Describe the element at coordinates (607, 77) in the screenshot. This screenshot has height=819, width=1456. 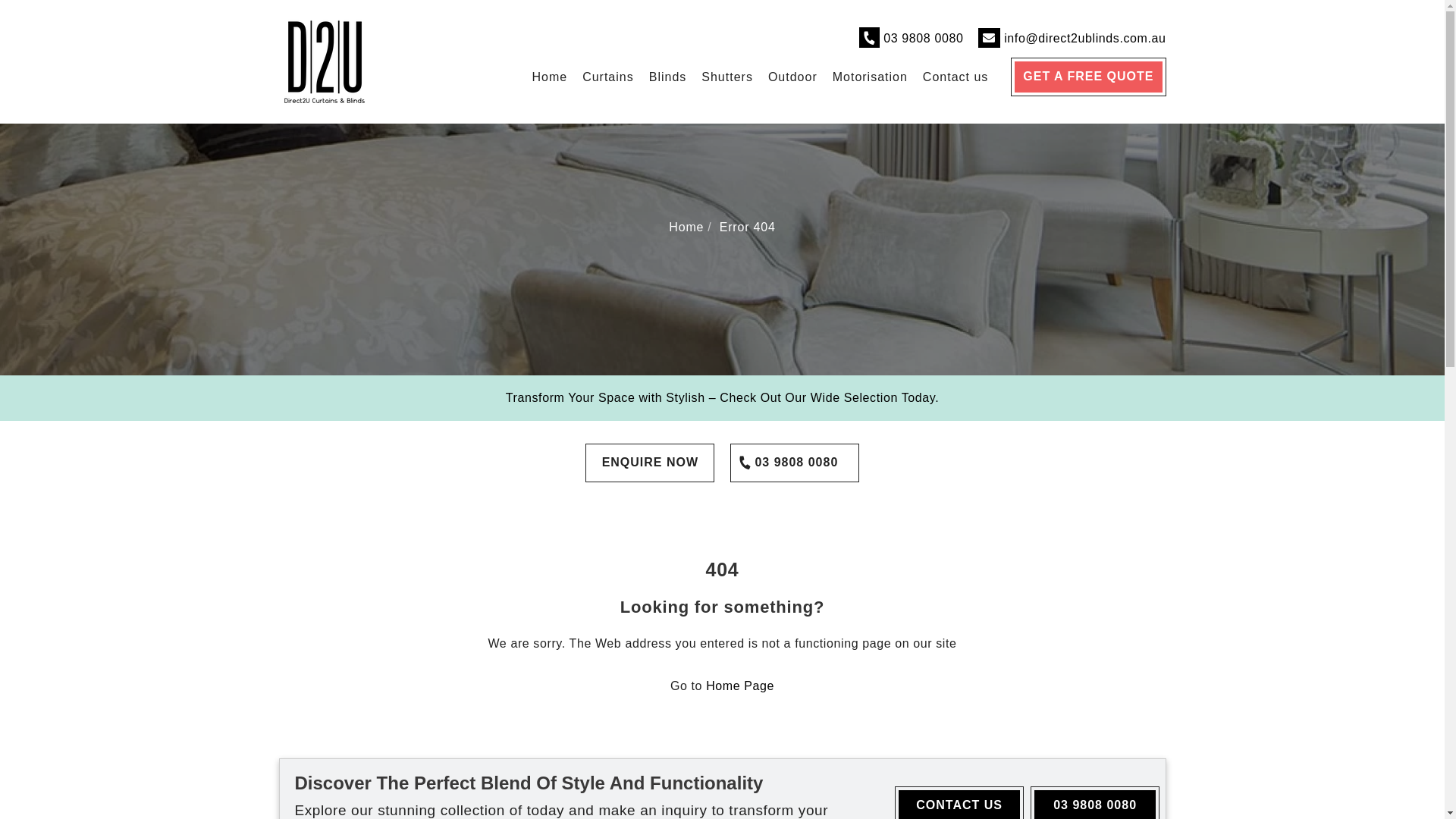
I see `'Curtains'` at that location.